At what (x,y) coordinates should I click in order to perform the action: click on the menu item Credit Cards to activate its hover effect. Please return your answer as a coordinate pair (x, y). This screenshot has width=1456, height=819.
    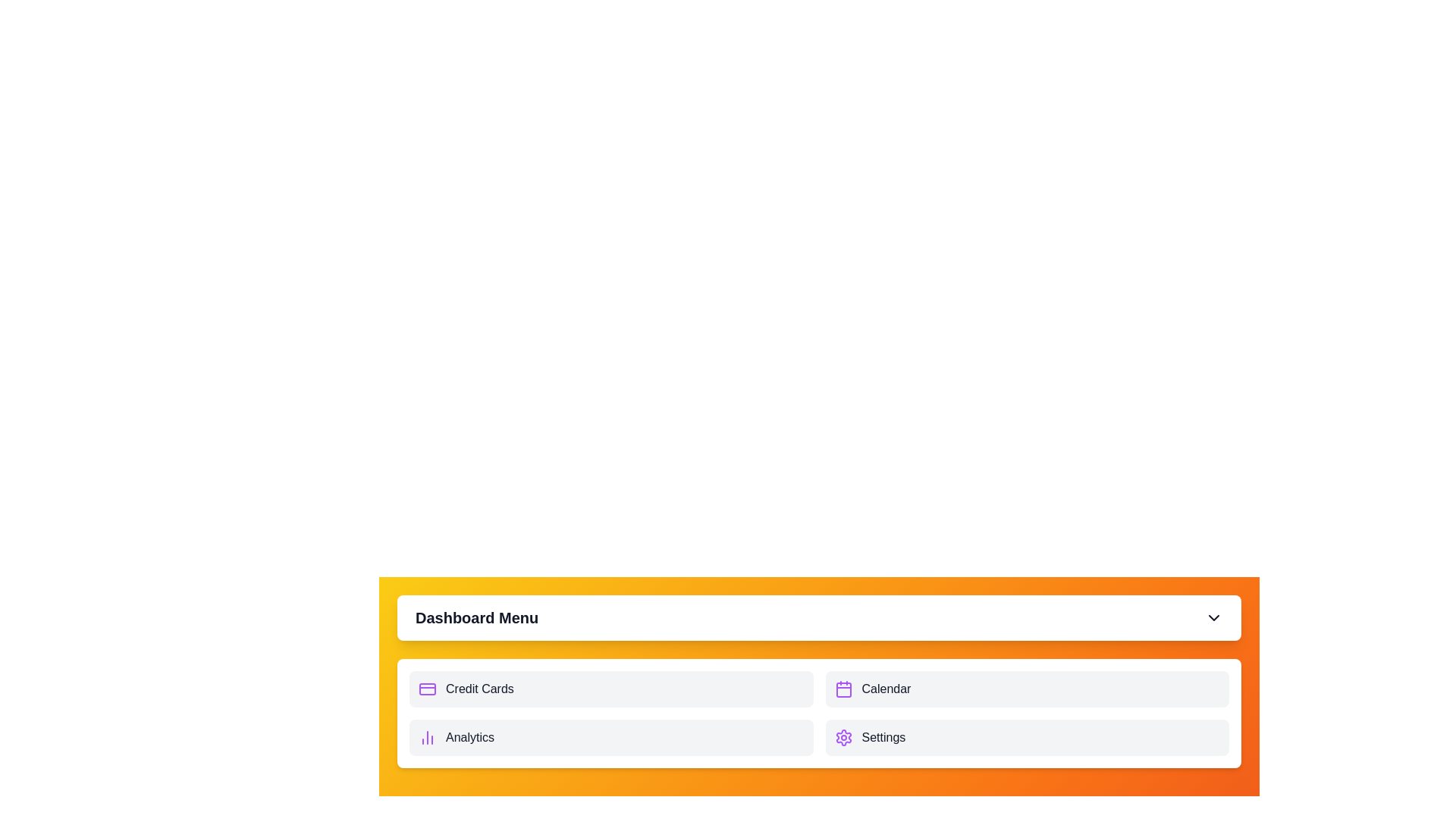
    Looking at the image, I should click on (611, 689).